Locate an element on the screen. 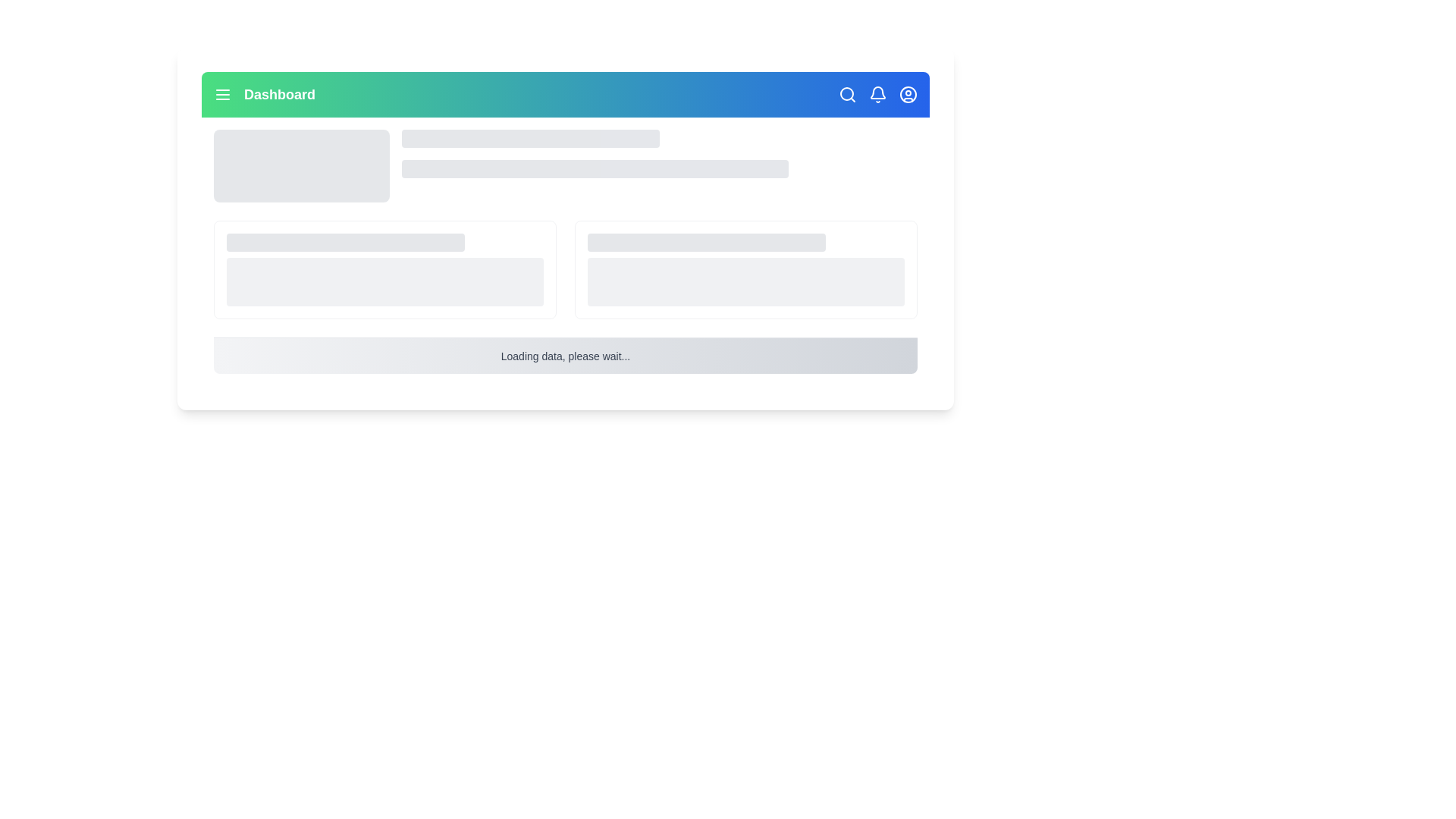 This screenshot has height=819, width=1456. the circle element representing the user profile icon located in the top-right corner of the header, next to the notification bell icon is located at coordinates (908, 94).